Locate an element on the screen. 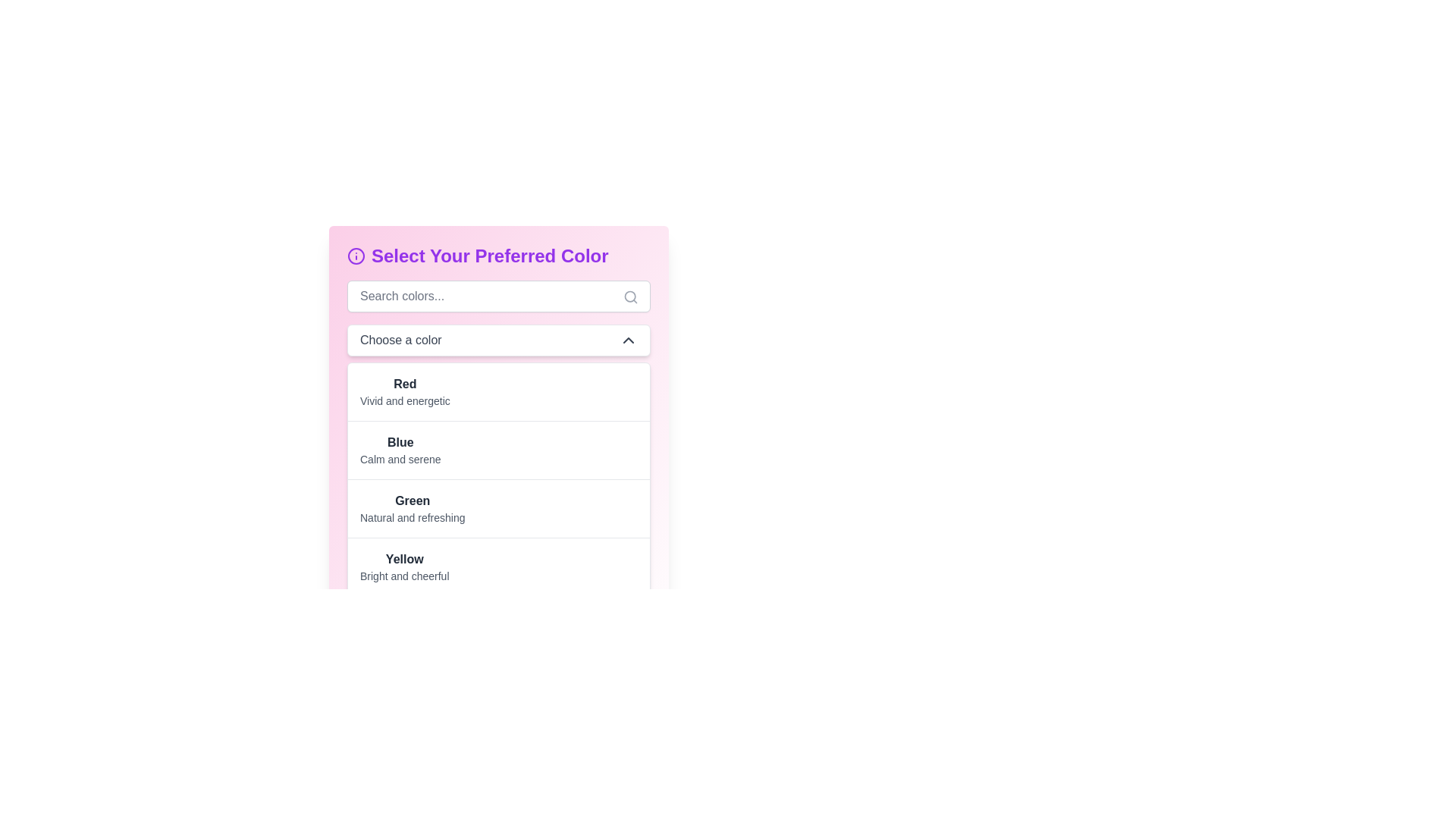  the text label for the color option 'Green,' which is located in the list of color options under 'Select Your Preferred Color.' This label is the third item in the sequence, positioned above the description 'Natural and refreshing.' is located at coordinates (413, 500).